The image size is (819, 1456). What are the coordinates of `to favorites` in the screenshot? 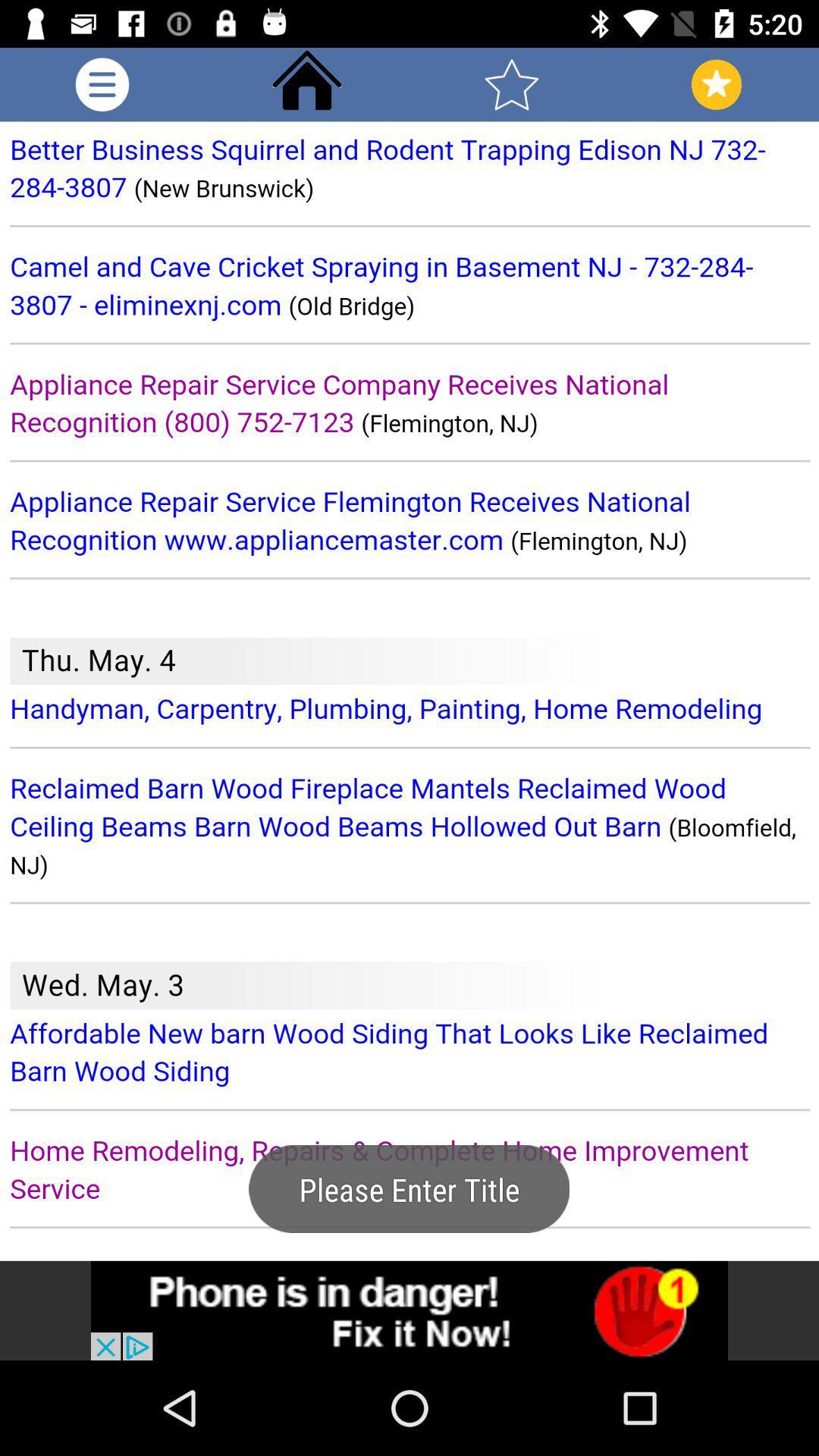 It's located at (512, 83).